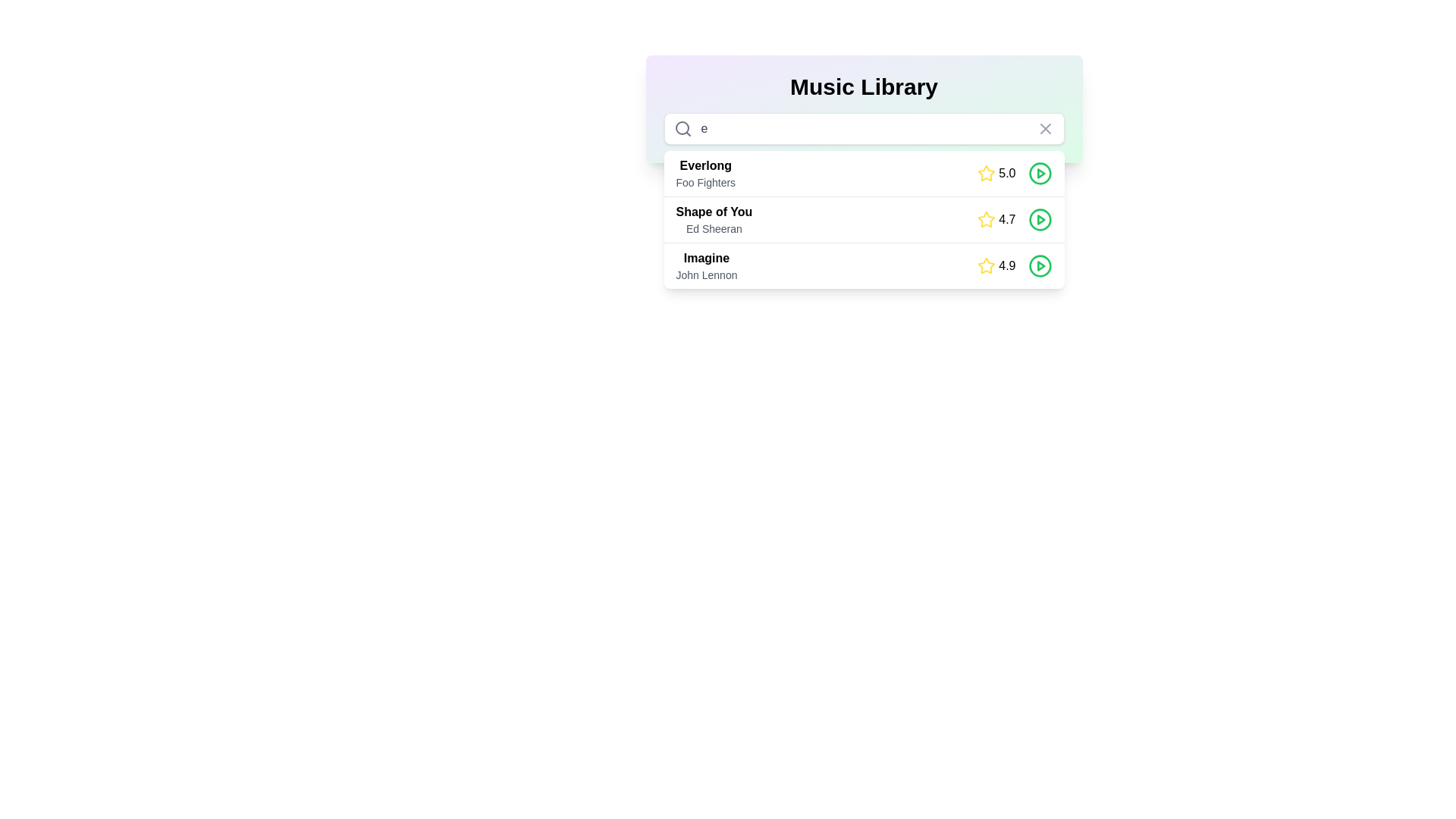 The width and height of the screenshot is (1456, 819). What do you see at coordinates (1039, 219) in the screenshot?
I see `the circular play button SVG component located to the far right of the 'Shape of You' song entry, adjacent to the song's rating` at bounding box center [1039, 219].